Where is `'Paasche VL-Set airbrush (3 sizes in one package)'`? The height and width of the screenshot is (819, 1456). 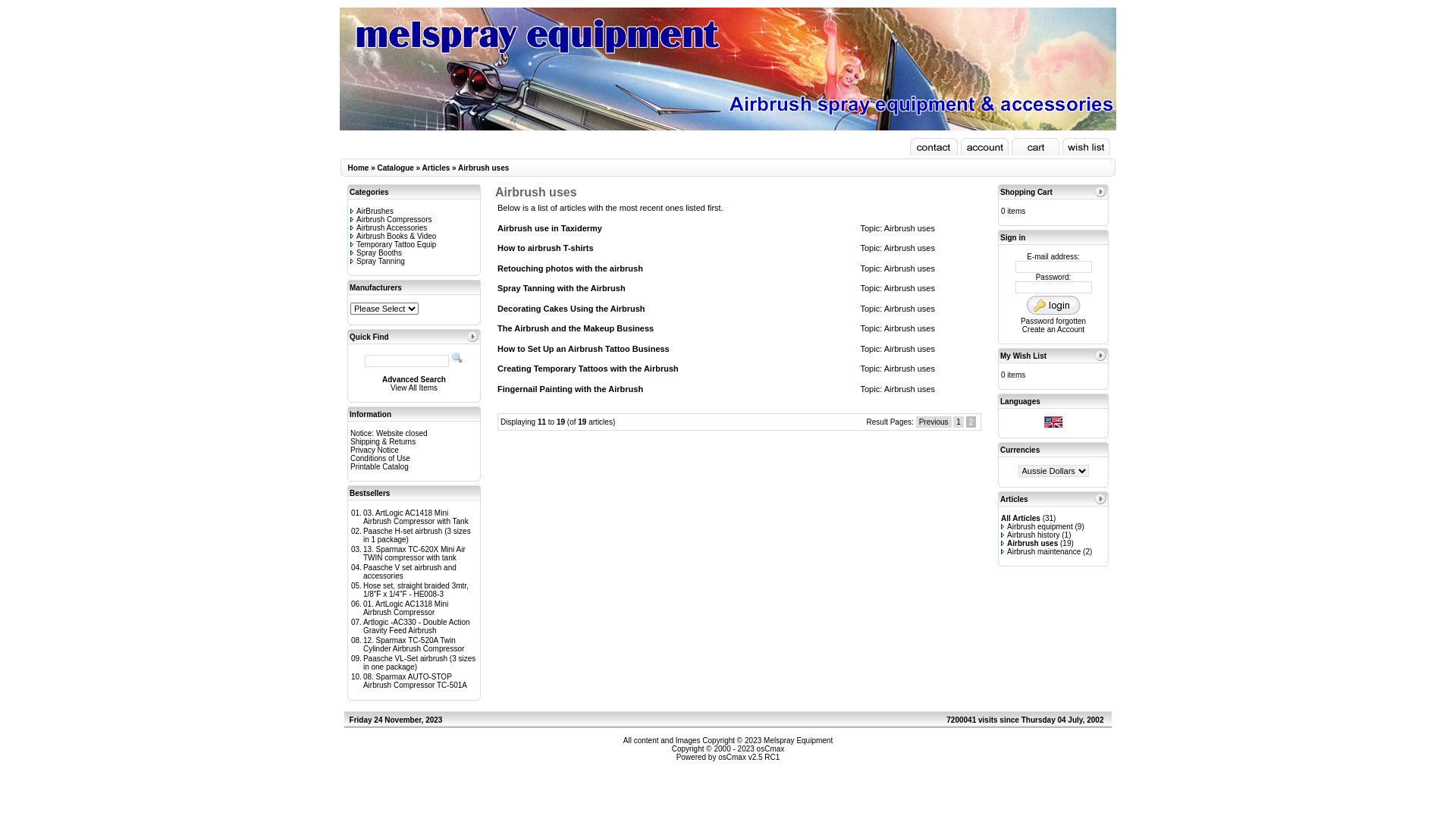
'Paasche VL-Set airbrush (3 sizes in one package)' is located at coordinates (362, 662).